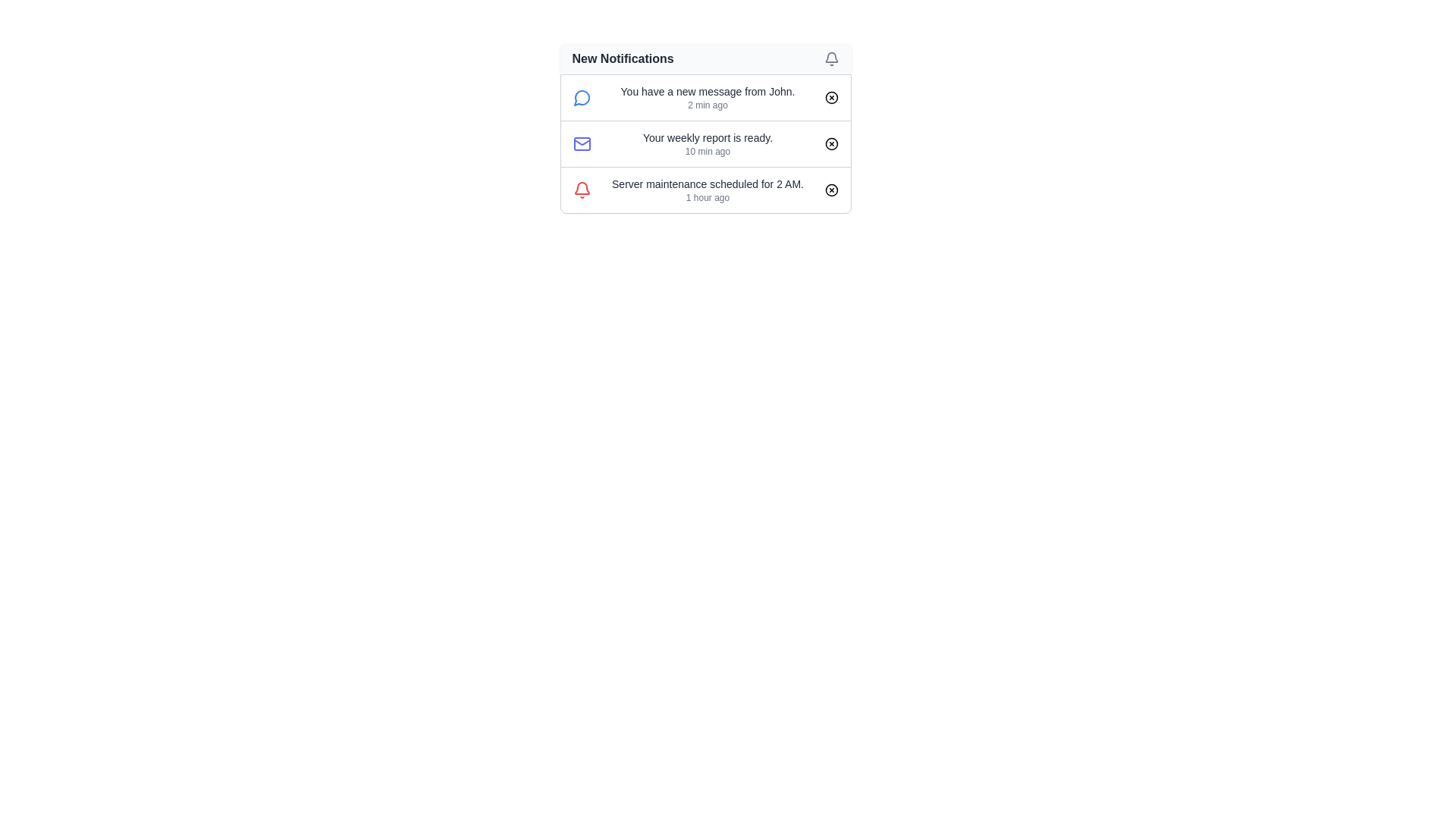 Image resolution: width=1456 pixels, height=819 pixels. I want to click on the chat bubble icon, which is a compact vector graphic with a blue stroke, located in the topmost notification entry for a message from 'John', to associate it with its corresponding notification text entry, so click(581, 98).